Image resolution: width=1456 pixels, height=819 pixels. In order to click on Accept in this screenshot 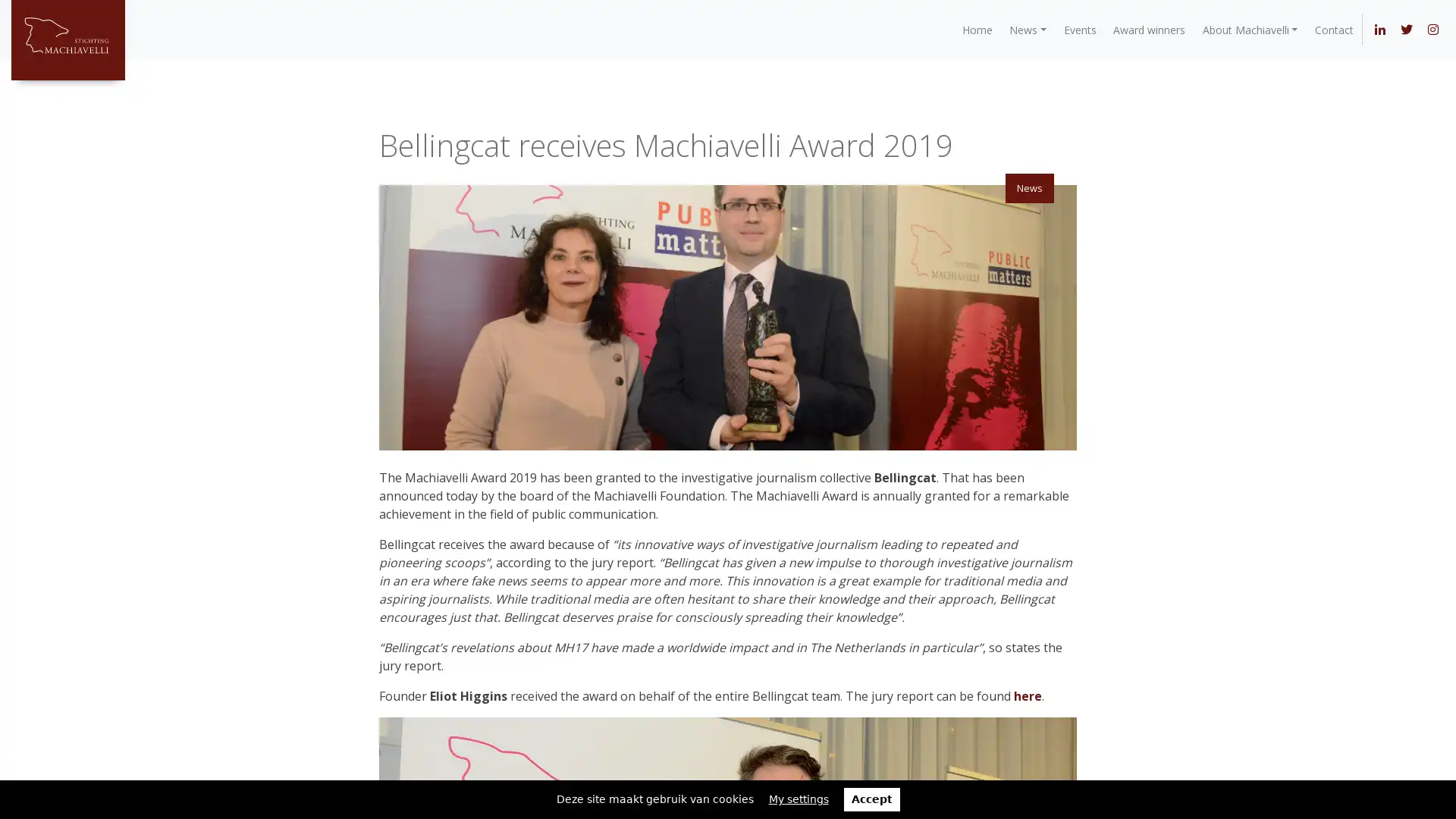, I will do `click(871, 799)`.